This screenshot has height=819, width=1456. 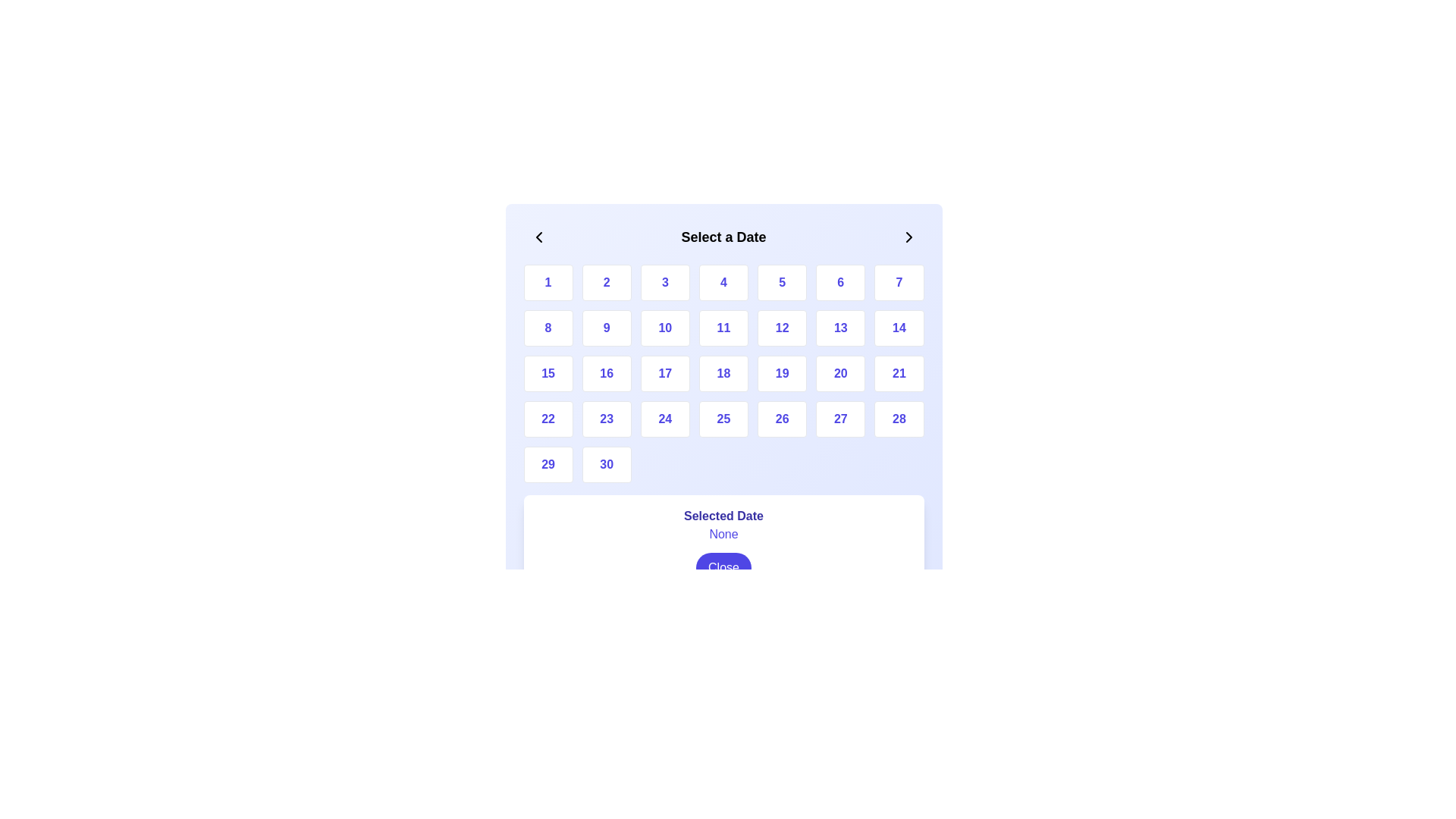 I want to click on the square white button with a blue number '4' centered on it, so click(x=723, y=283).